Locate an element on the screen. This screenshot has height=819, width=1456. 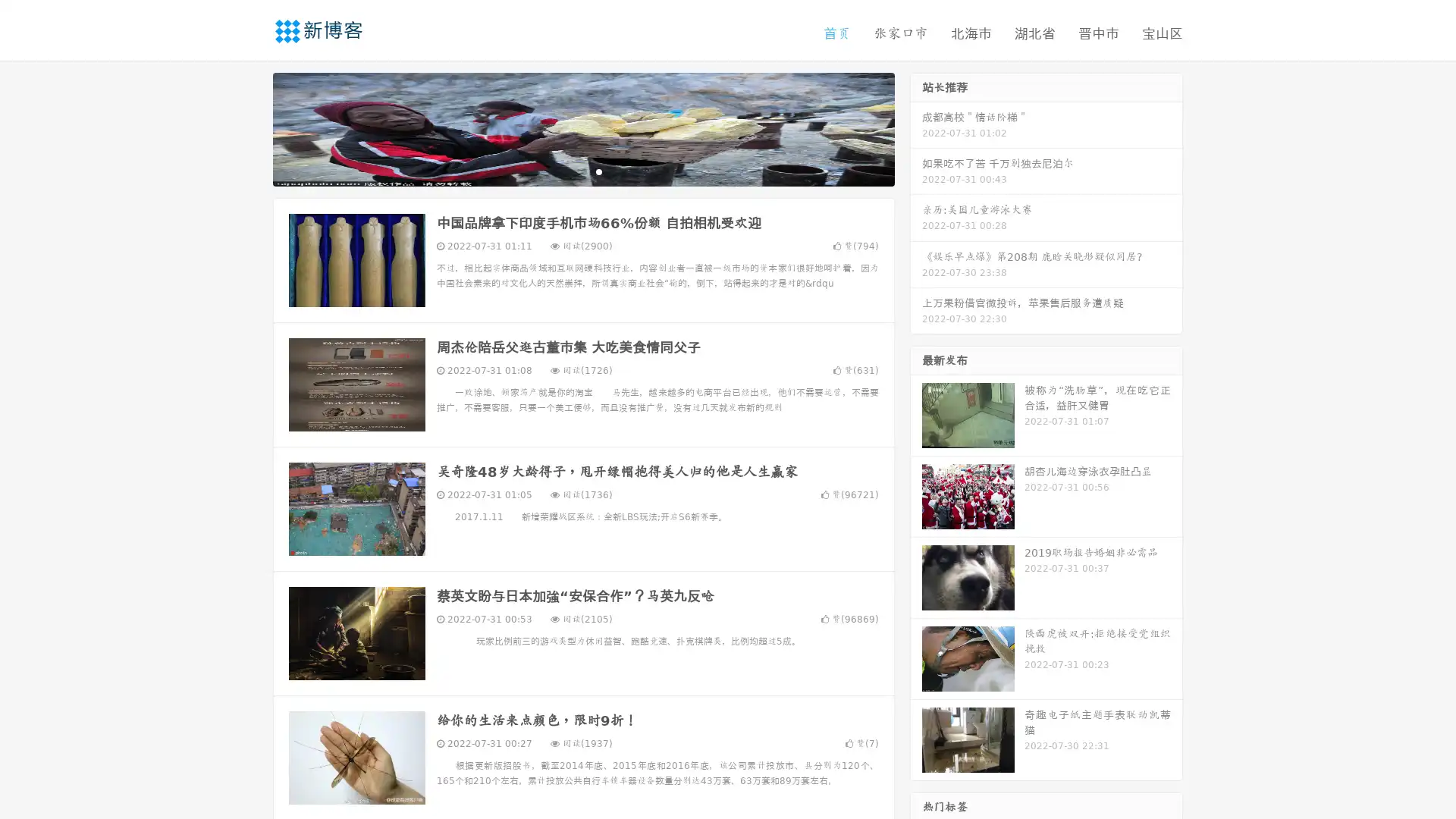
Go to slide 2 is located at coordinates (582, 171).